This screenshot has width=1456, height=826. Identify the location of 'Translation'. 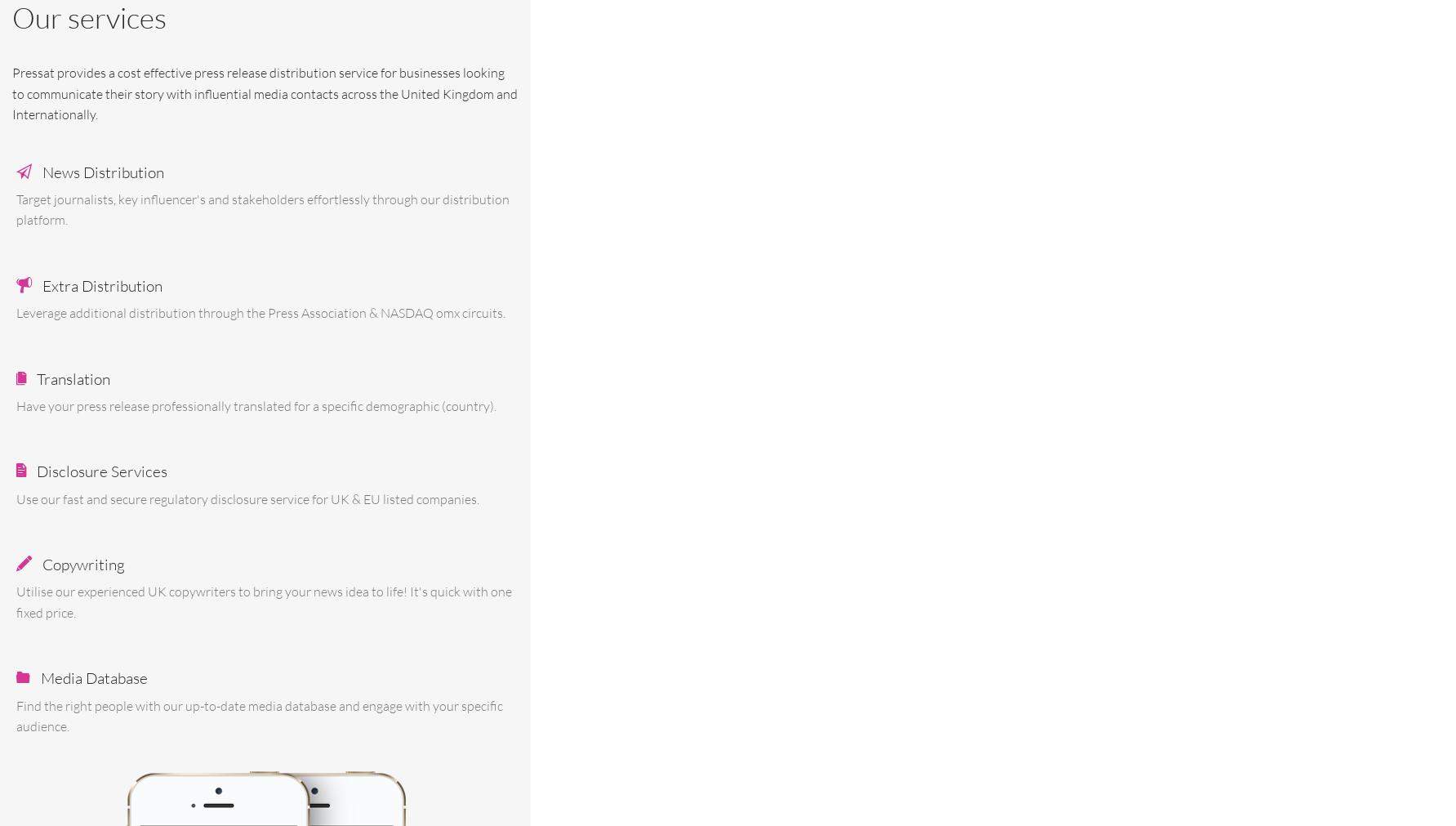
(73, 377).